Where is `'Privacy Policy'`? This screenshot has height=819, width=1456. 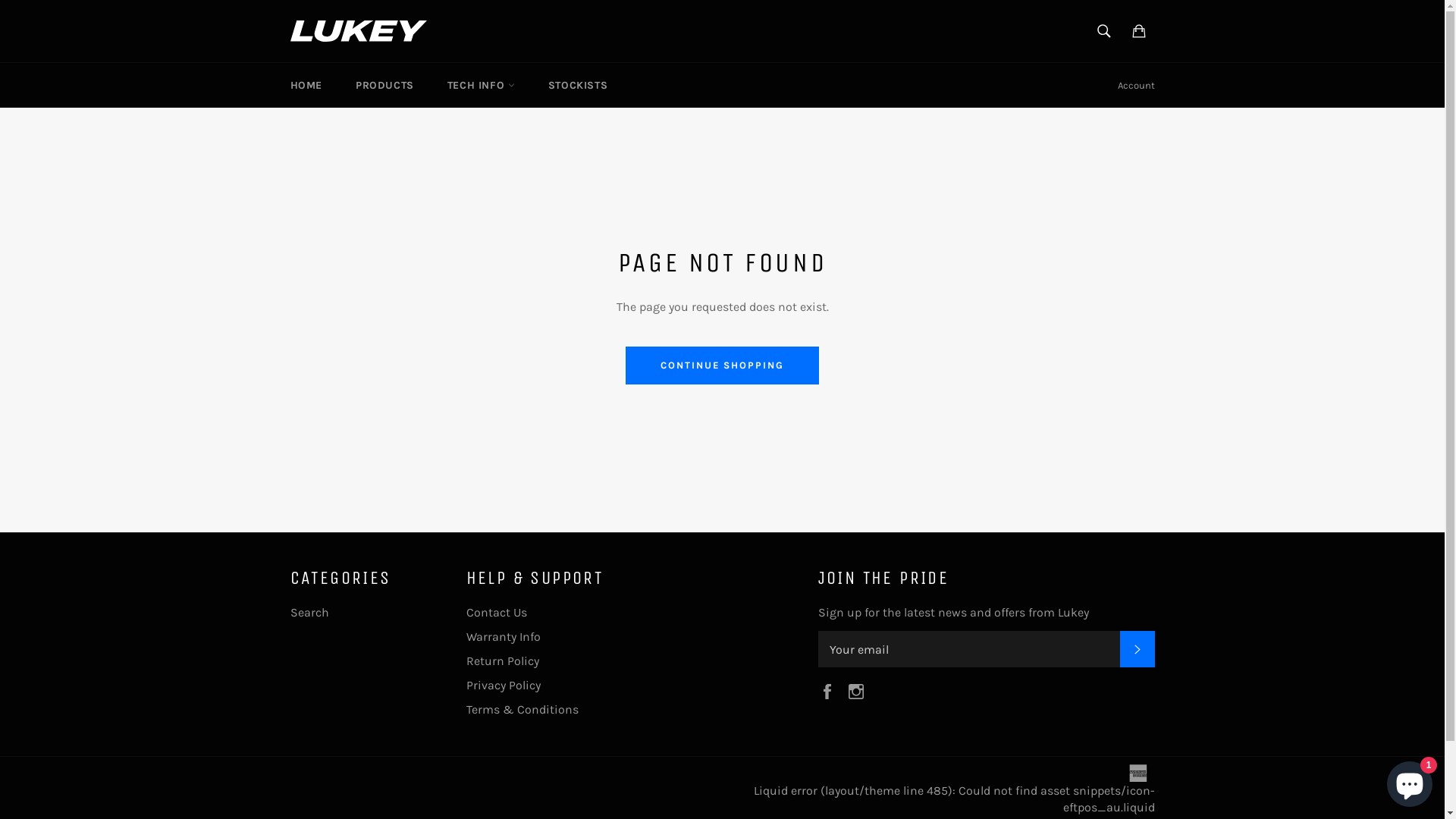
'Privacy Policy' is located at coordinates (502, 685).